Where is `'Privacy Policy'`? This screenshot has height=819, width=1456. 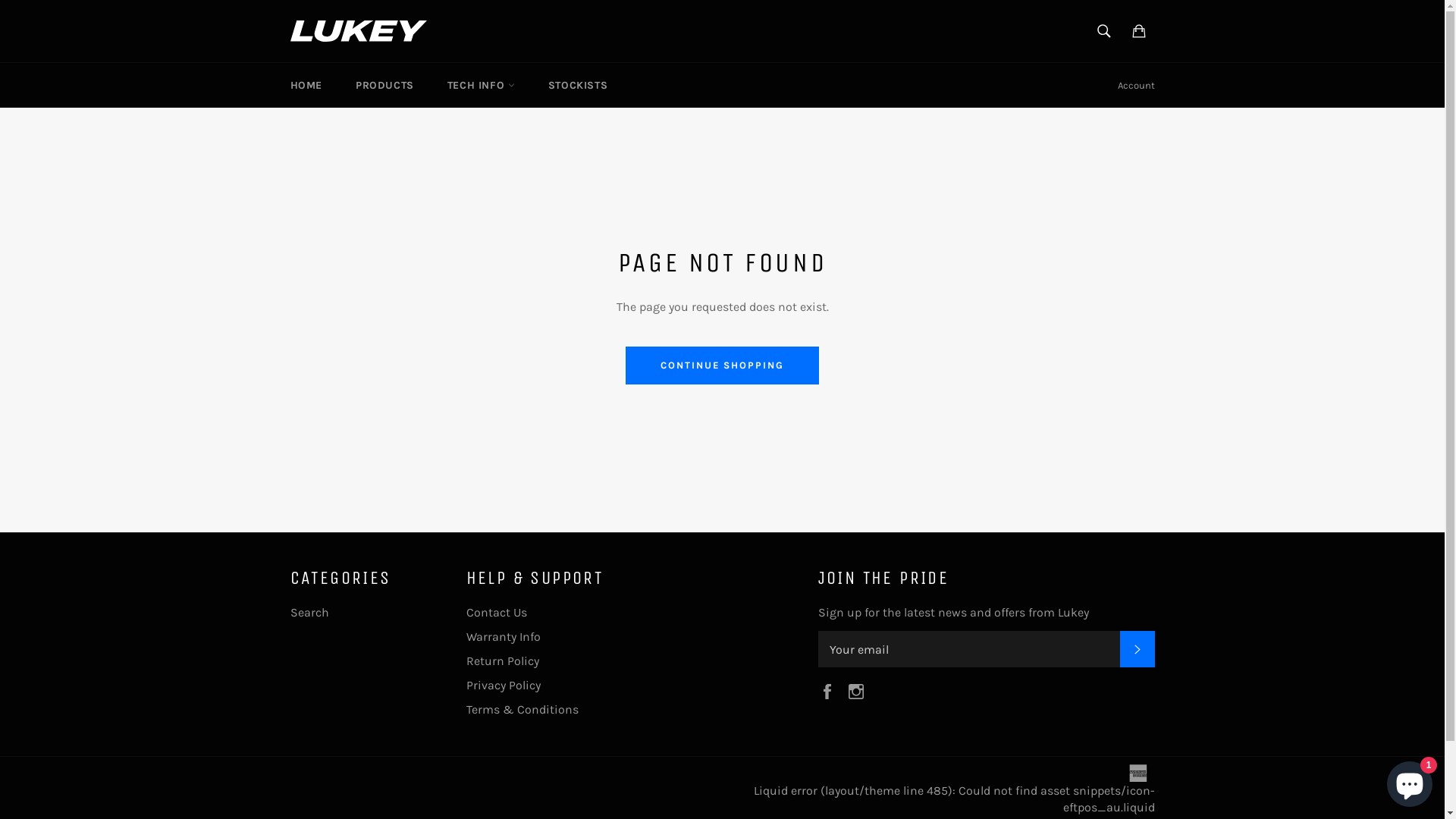
'Privacy Policy' is located at coordinates (502, 685).